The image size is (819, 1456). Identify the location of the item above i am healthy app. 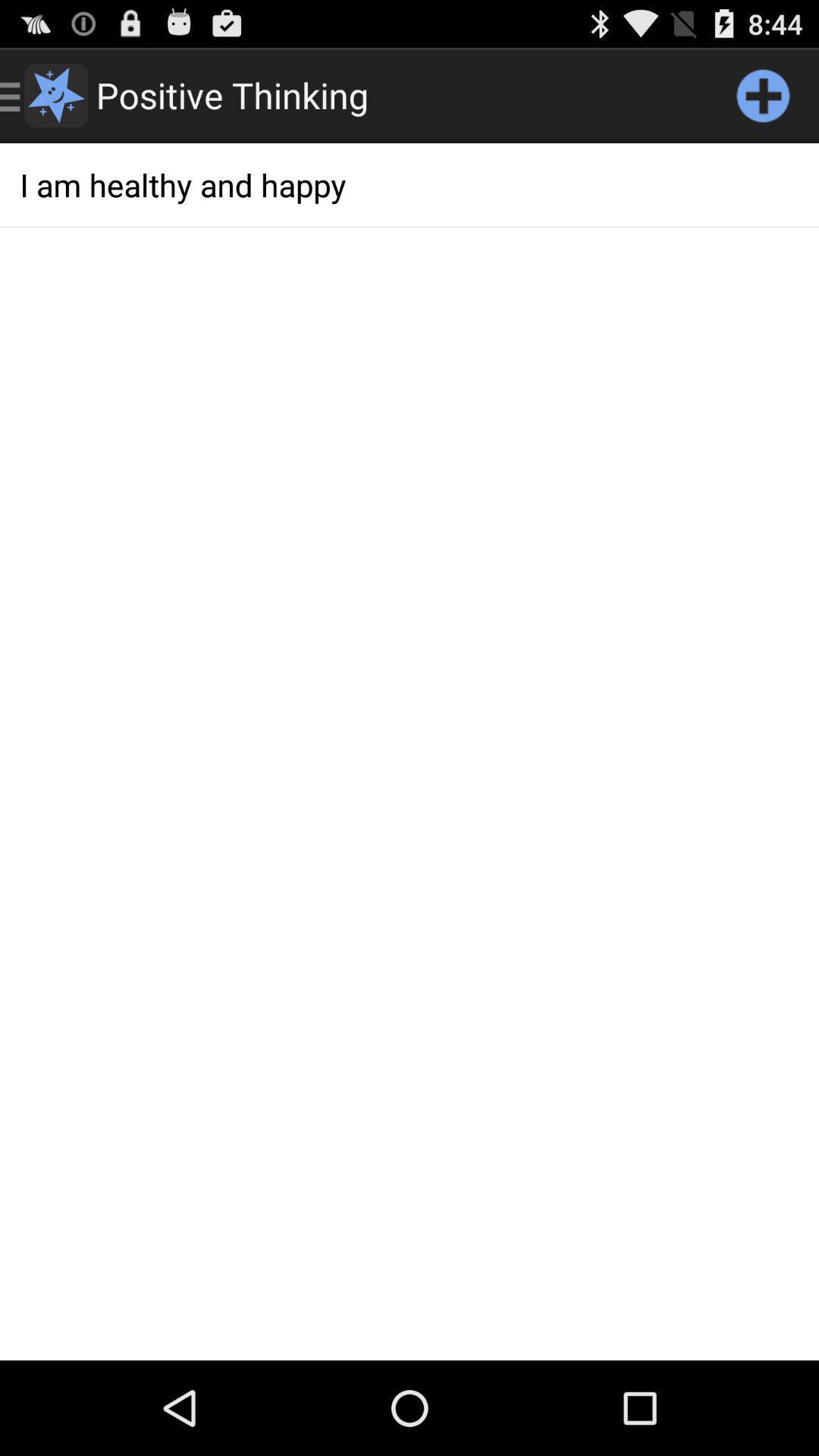
(763, 94).